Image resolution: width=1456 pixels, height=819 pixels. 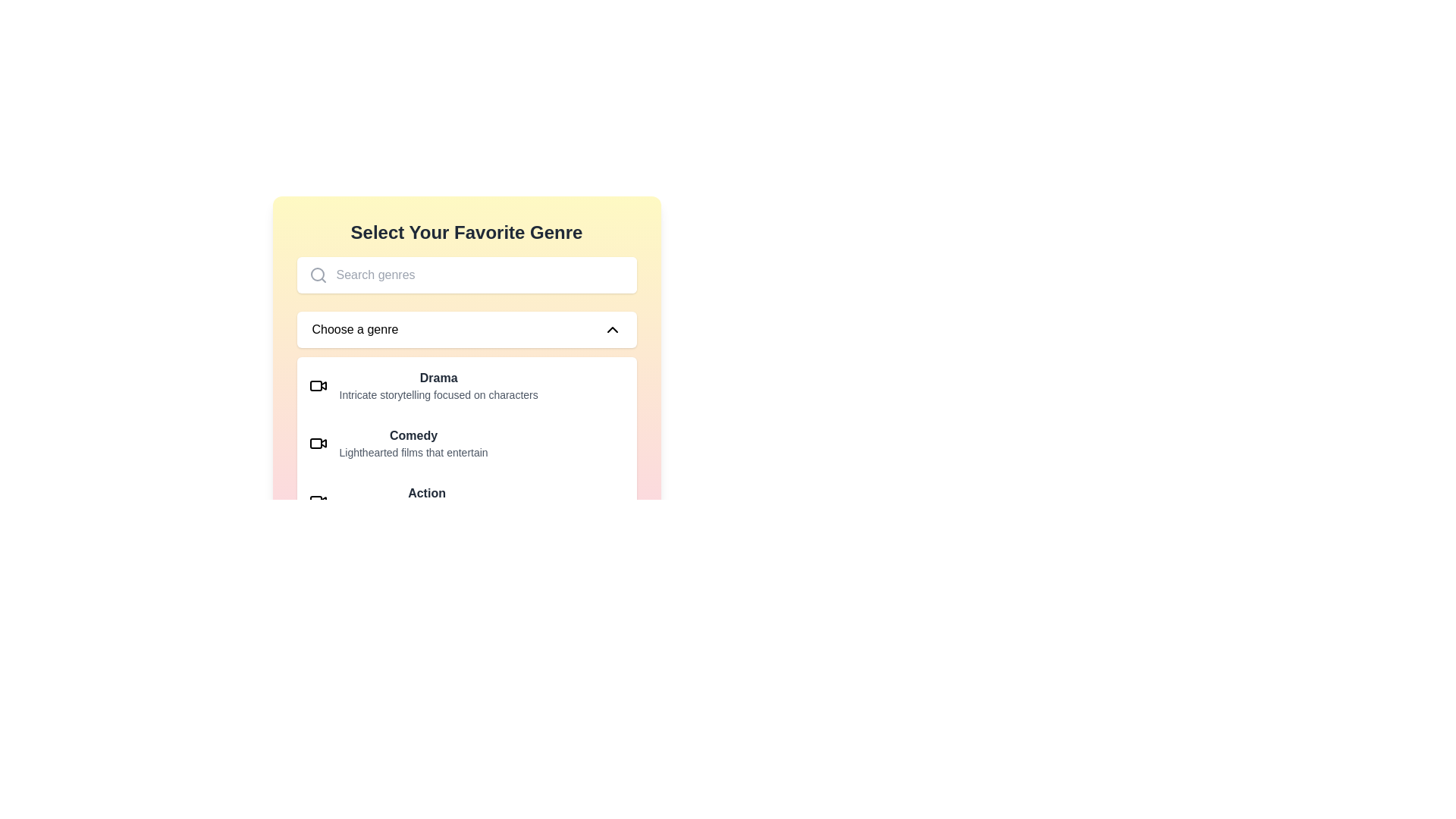 I want to click on 'Action' genre text label, which is the third item in the list of movie genres, positioned above the descriptive text, so click(x=426, y=494).